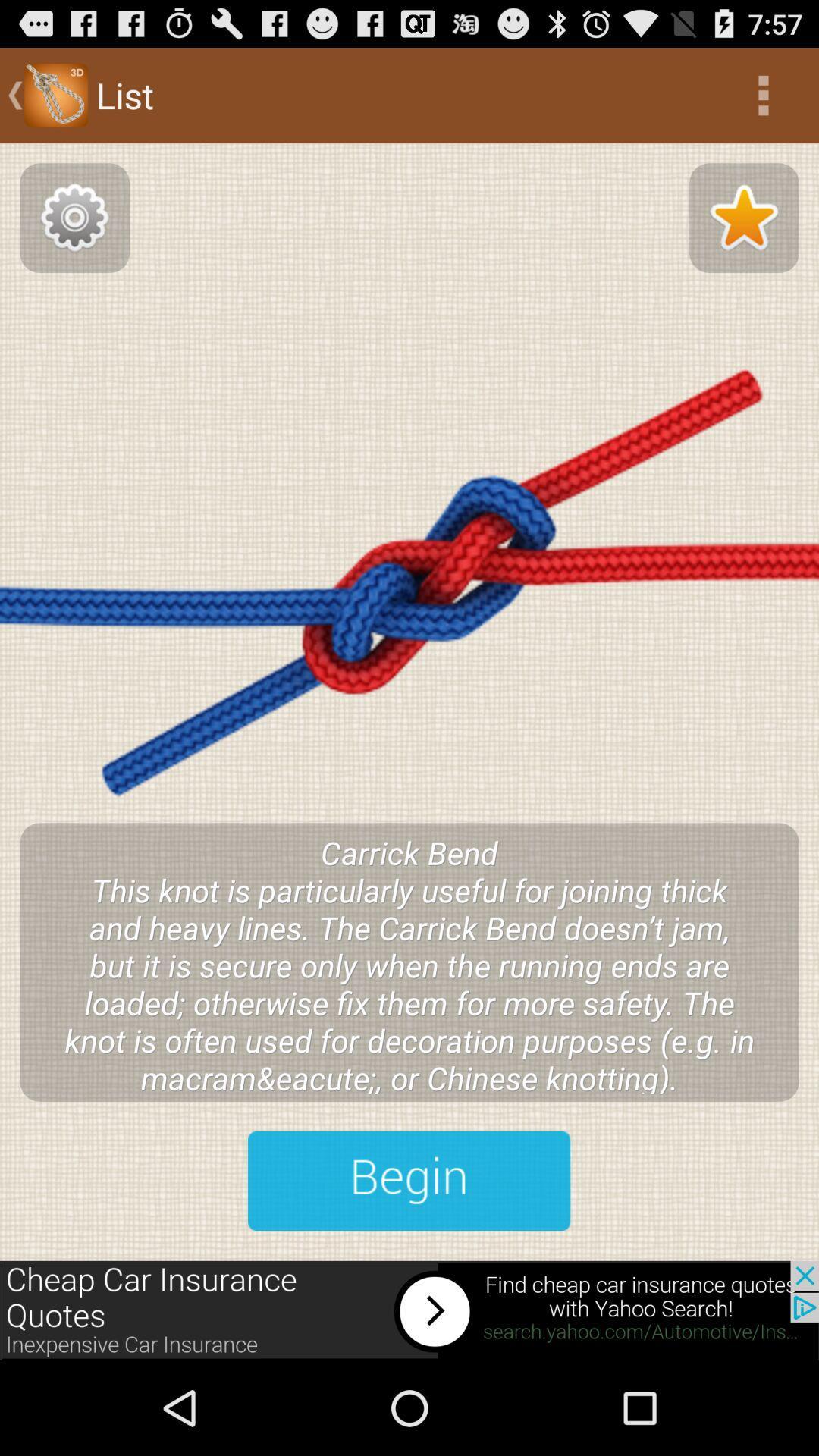  Describe the element at coordinates (74, 232) in the screenshot. I see `the settings icon` at that location.